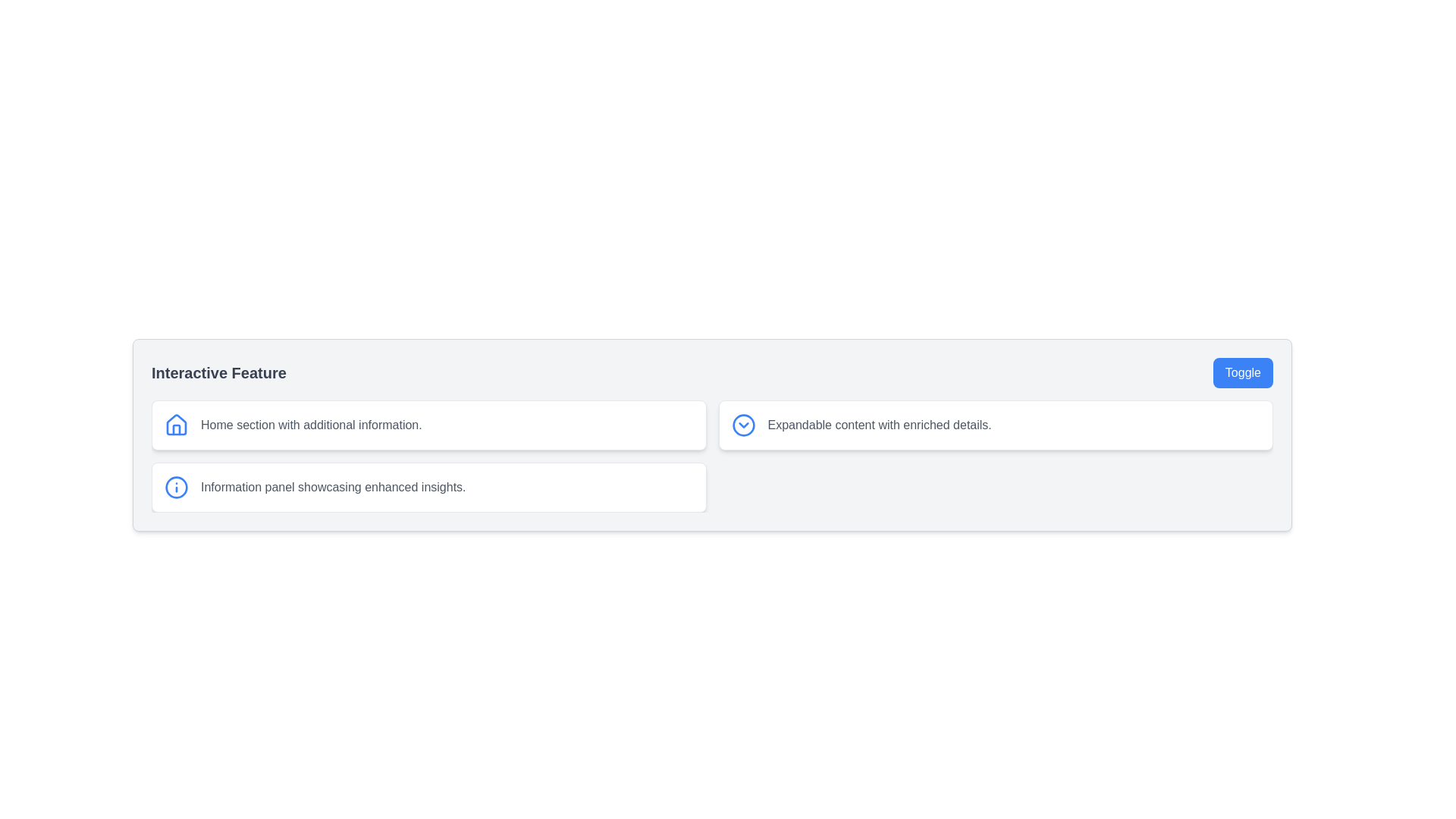 Image resolution: width=1456 pixels, height=819 pixels. I want to click on the graphic circle element within the information SVG icon located in the lower left interactive panel, so click(177, 488).